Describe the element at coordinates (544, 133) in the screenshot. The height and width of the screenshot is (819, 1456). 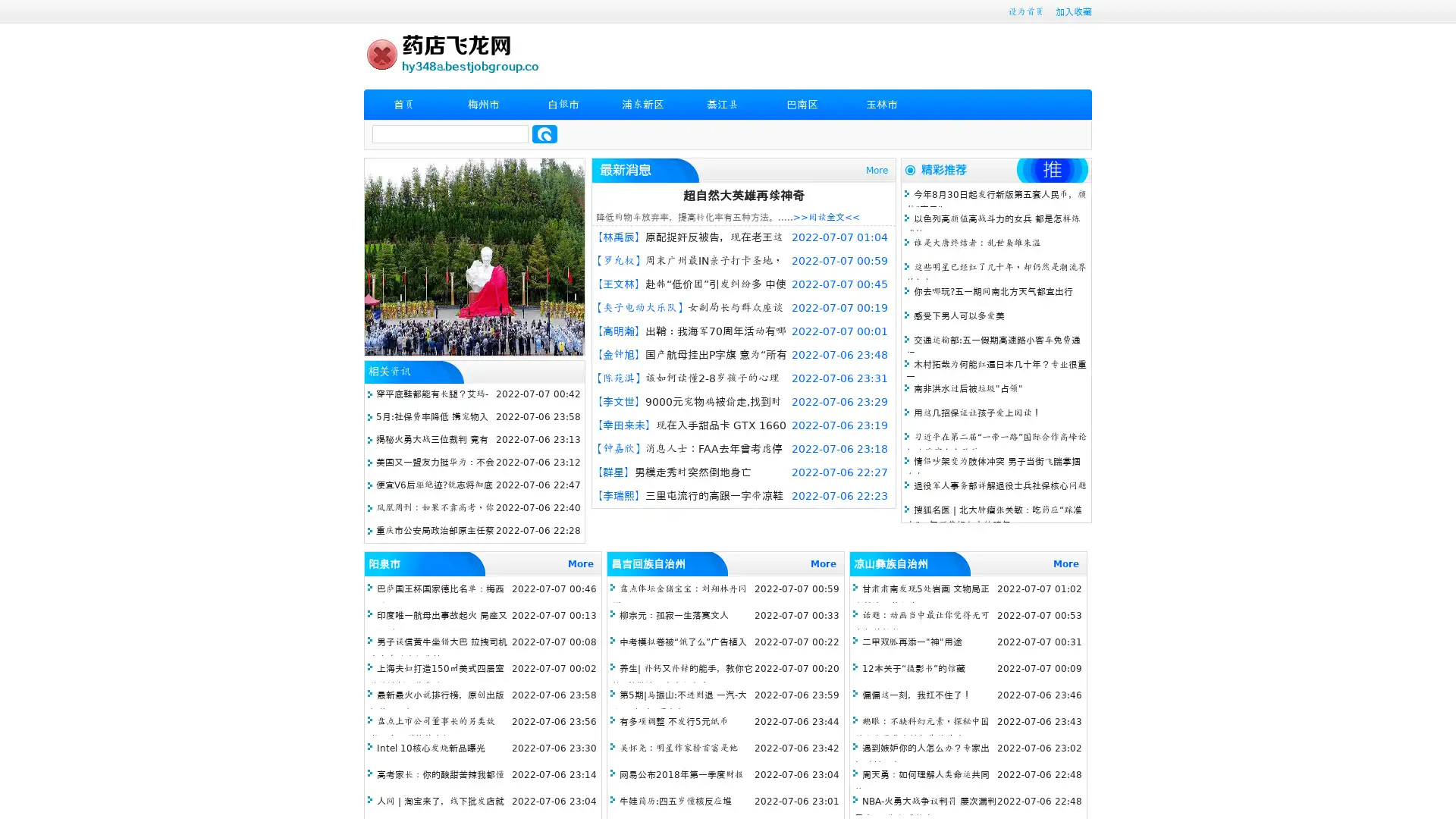
I see `Search` at that location.